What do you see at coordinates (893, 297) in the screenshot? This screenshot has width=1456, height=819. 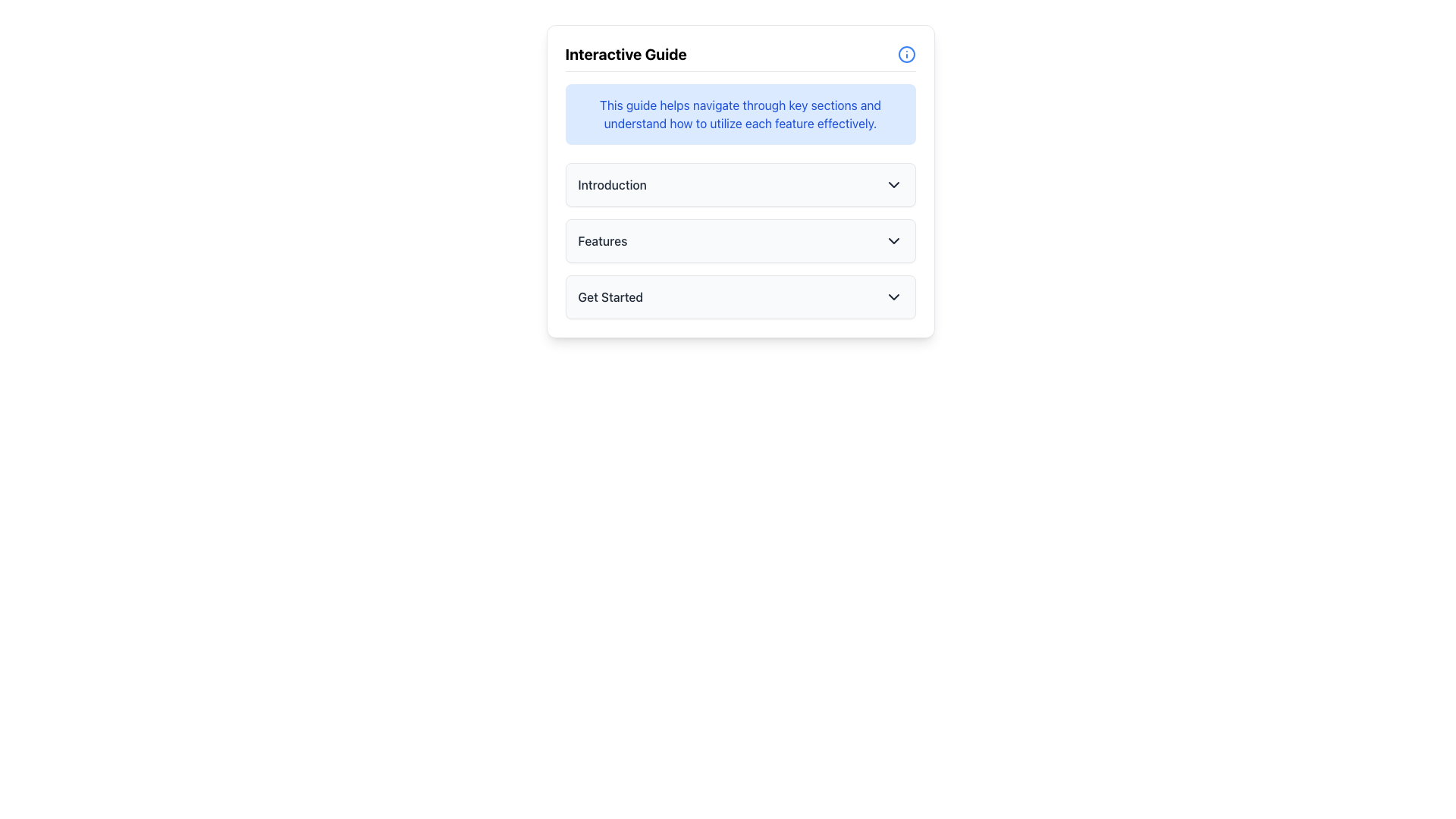 I see `the downward-facing chevron icon located next to the 'Get Started' text` at bounding box center [893, 297].